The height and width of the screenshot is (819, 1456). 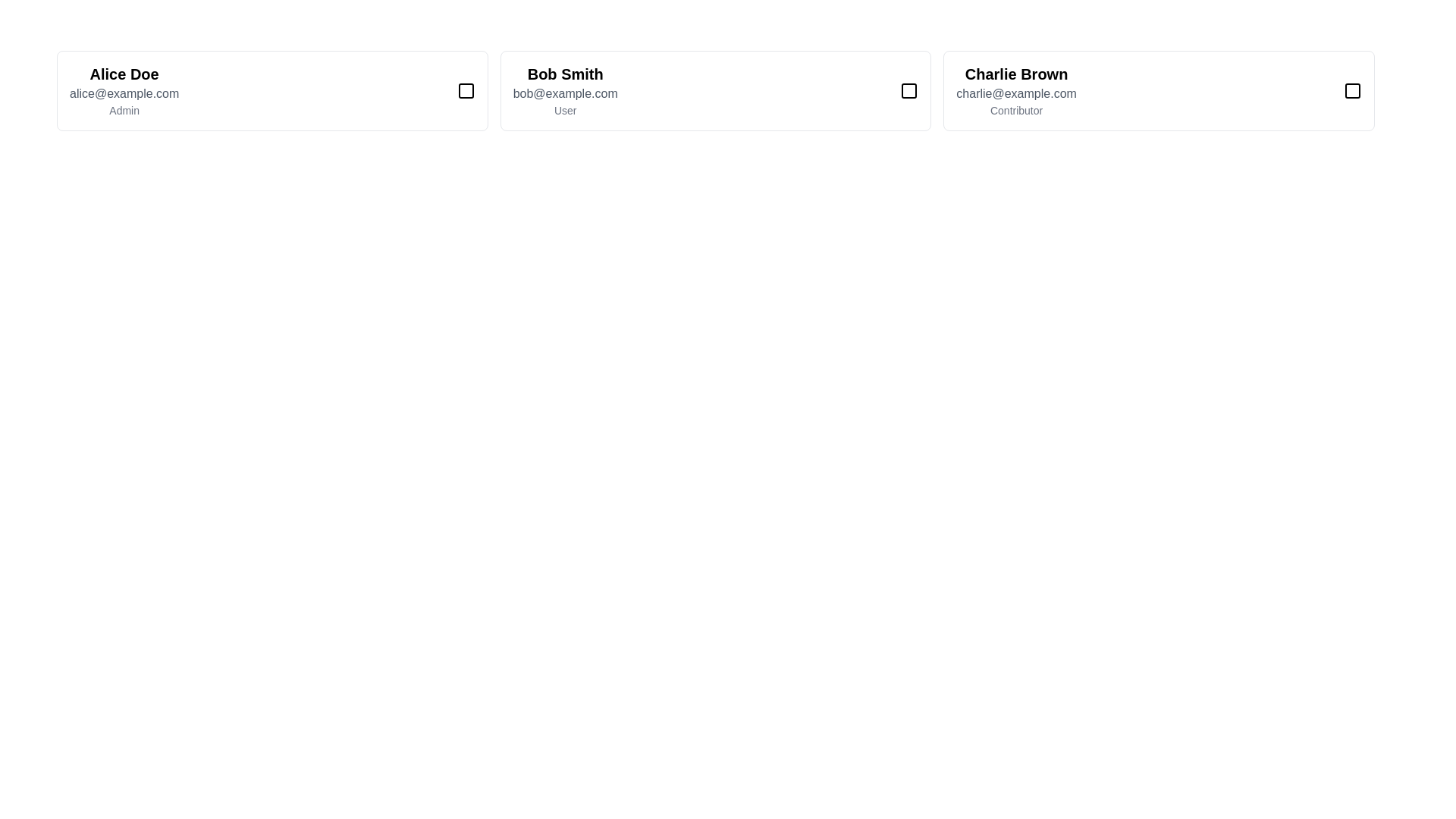 I want to click on the small square icon with rounded corners located in the top-right corner of the user card labeled 'Alice Doe', so click(x=465, y=90).